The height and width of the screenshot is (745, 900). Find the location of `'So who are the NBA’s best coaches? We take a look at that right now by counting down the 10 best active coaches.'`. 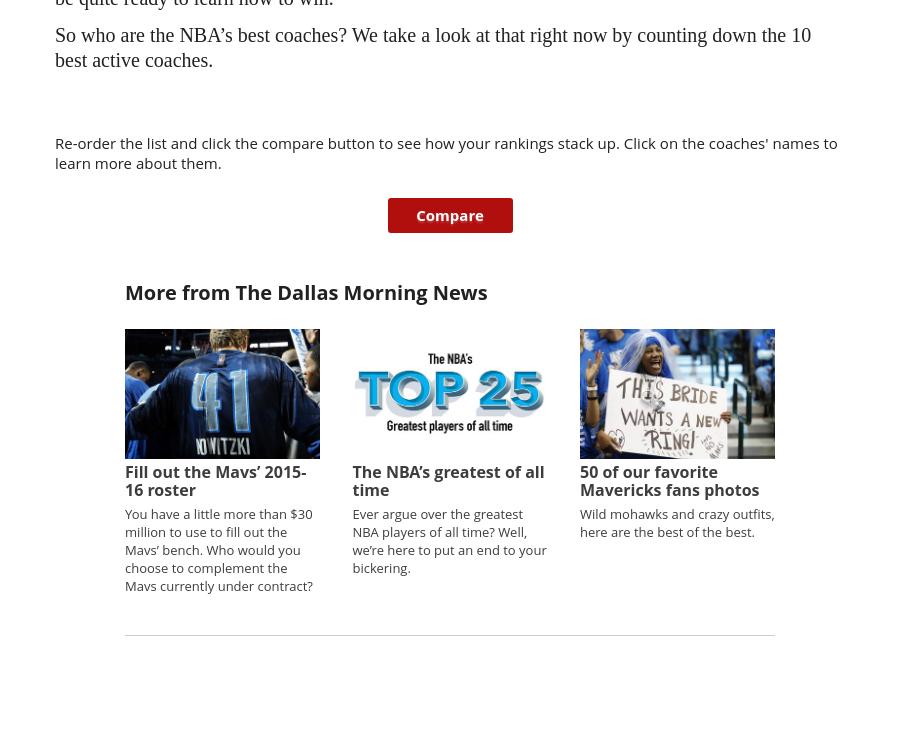

'So who are the NBA’s best coaches? We take a look at that right now by counting down the 10 best active coaches.' is located at coordinates (432, 46).